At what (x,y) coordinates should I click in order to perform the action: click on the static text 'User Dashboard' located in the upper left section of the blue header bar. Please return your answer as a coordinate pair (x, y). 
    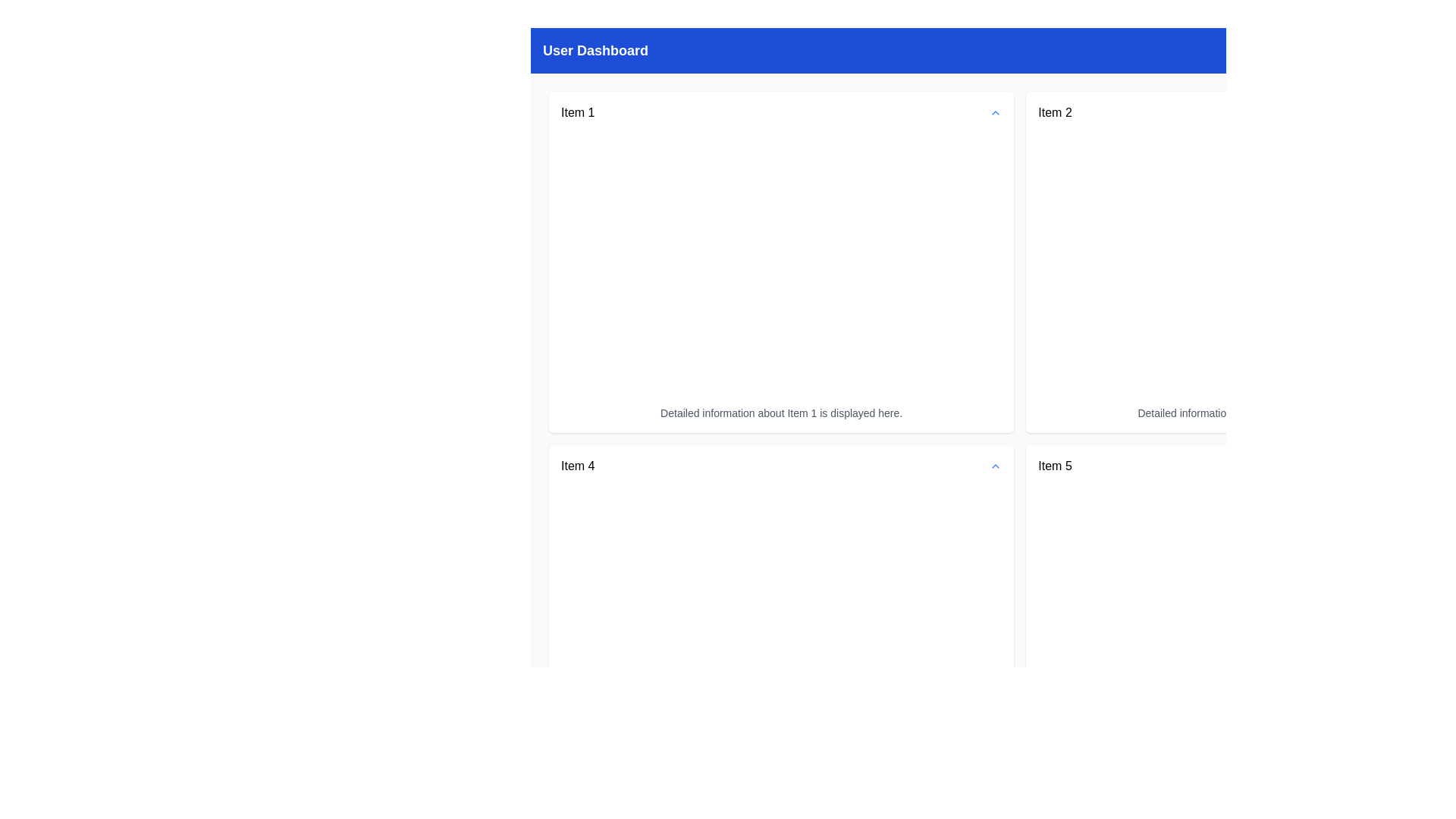
    Looking at the image, I should click on (595, 49).